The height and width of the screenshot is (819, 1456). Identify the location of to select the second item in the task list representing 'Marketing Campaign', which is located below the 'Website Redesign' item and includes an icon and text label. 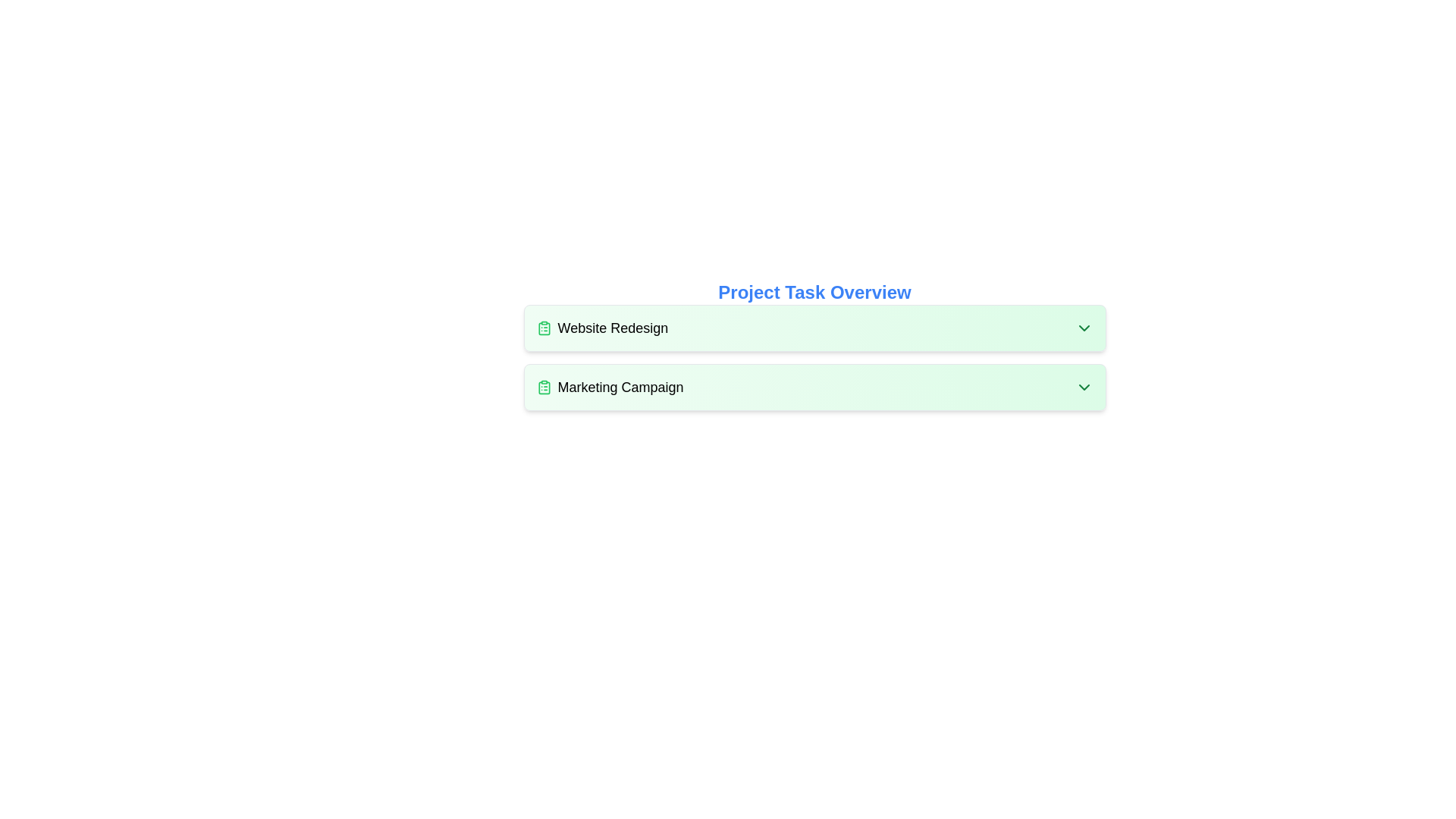
(610, 386).